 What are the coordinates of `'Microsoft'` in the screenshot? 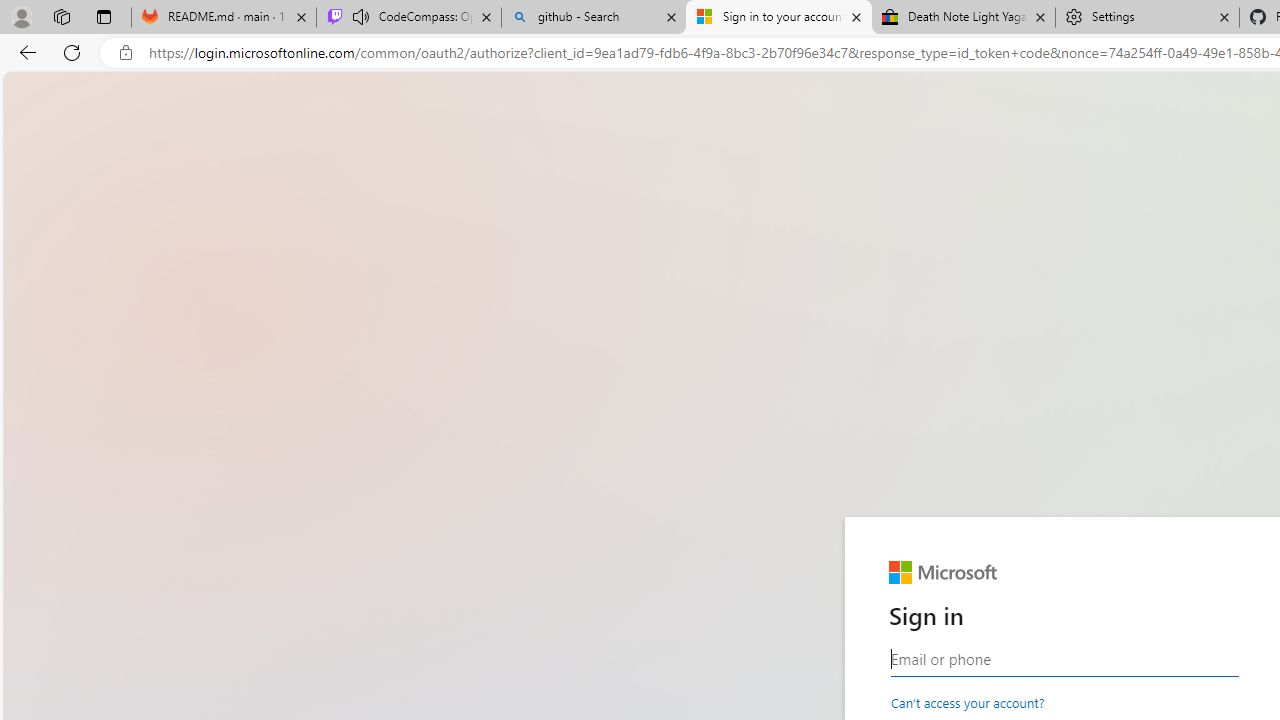 It's located at (942, 573).